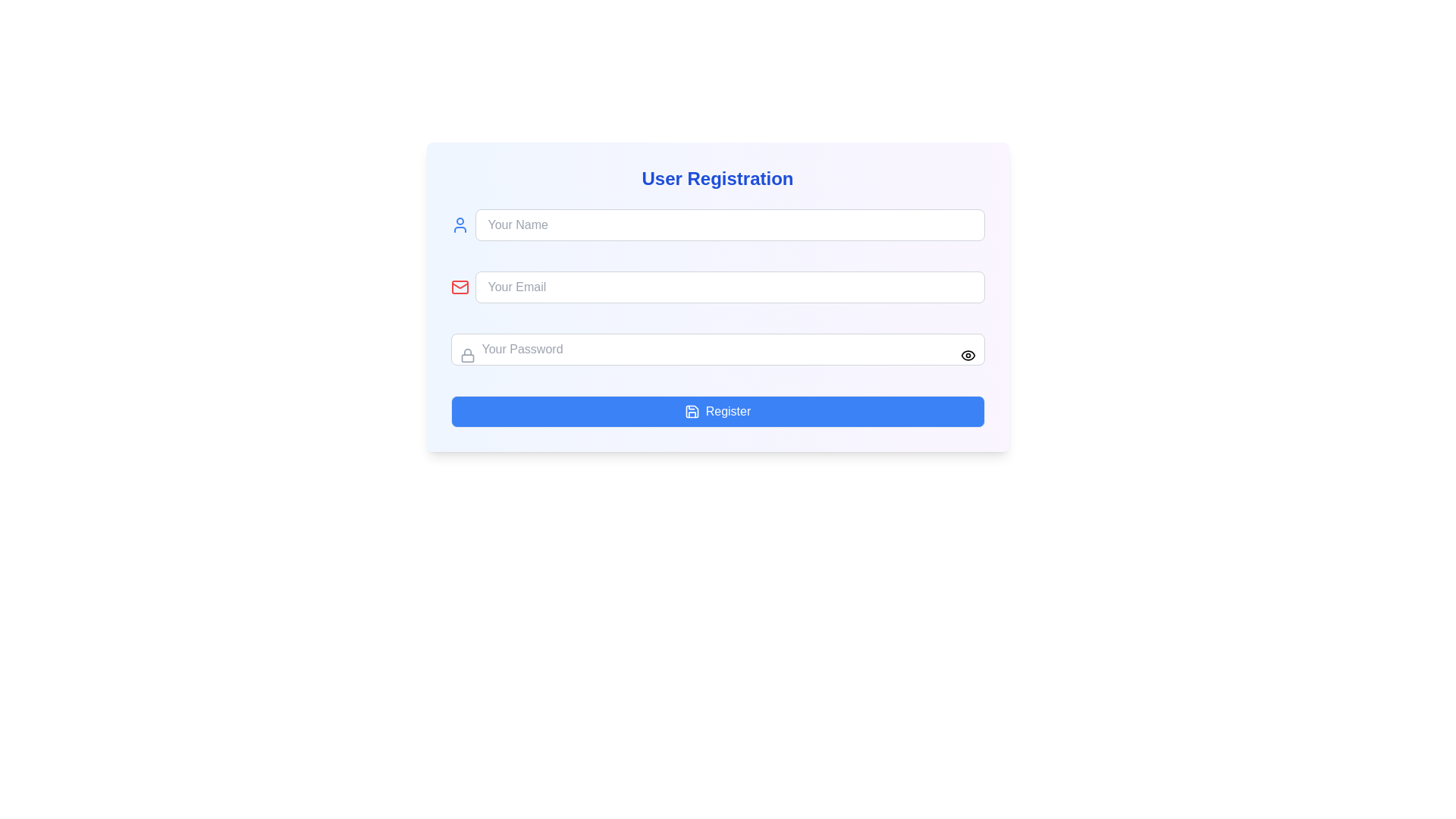  Describe the element at coordinates (459, 225) in the screenshot. I see `the user silhouette icon with a blue outline, located to the left of the 'Your Name' text input field` at that location.